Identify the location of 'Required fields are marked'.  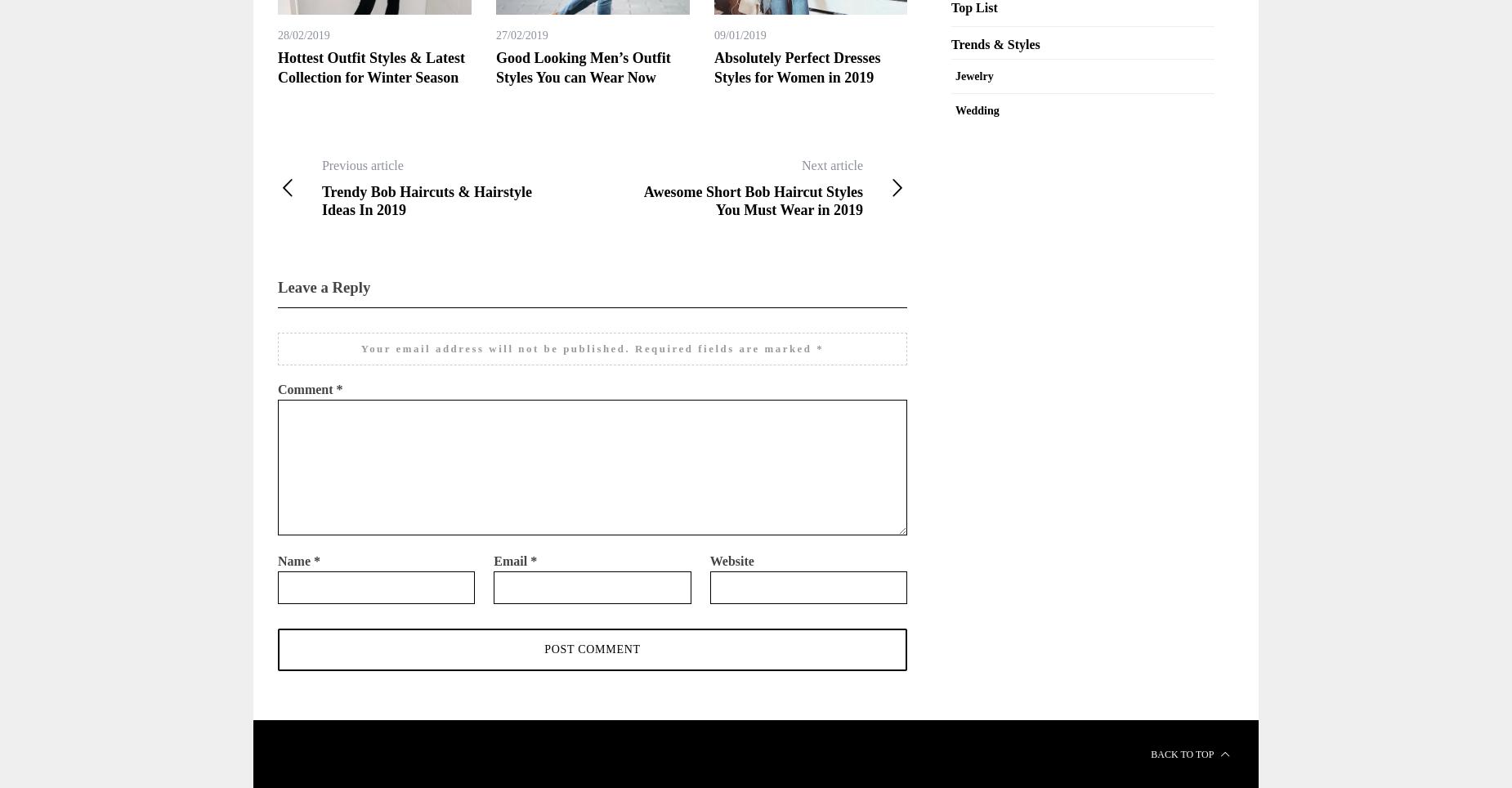
(726, 347).